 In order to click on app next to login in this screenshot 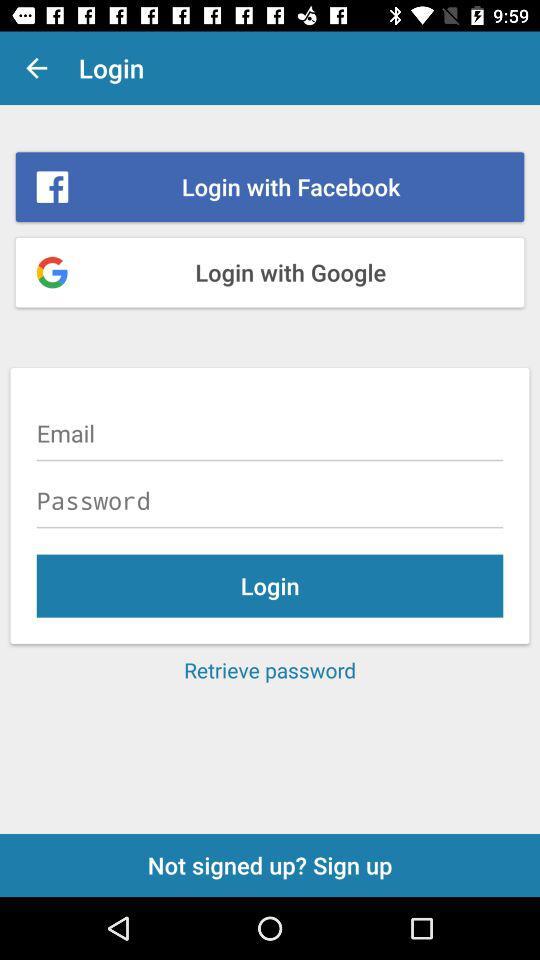, I will do `click(36, 68)`.